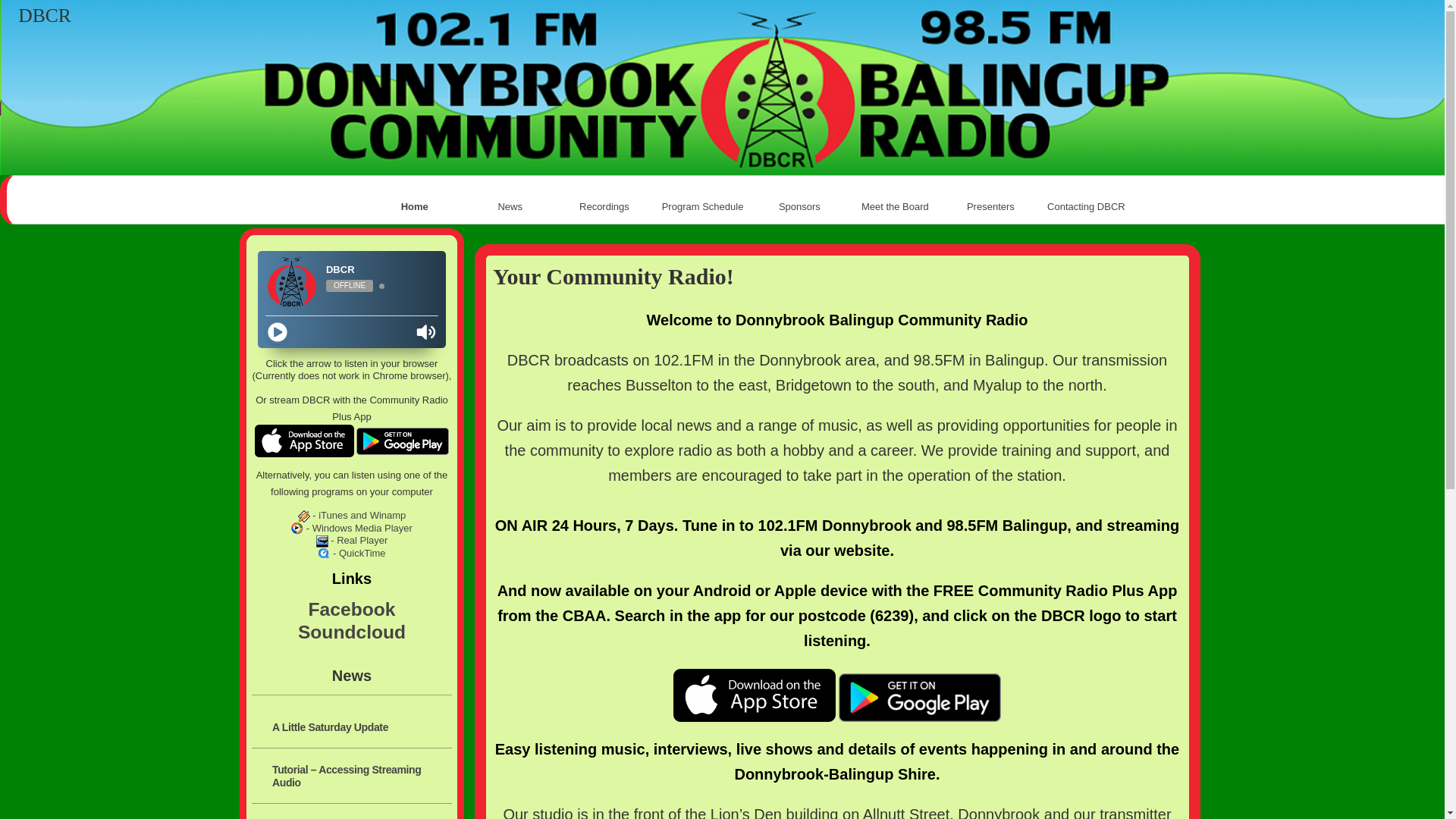  Describe the element at coordinates (365, 207) in the screenshot. I see `'Home'` at that location.